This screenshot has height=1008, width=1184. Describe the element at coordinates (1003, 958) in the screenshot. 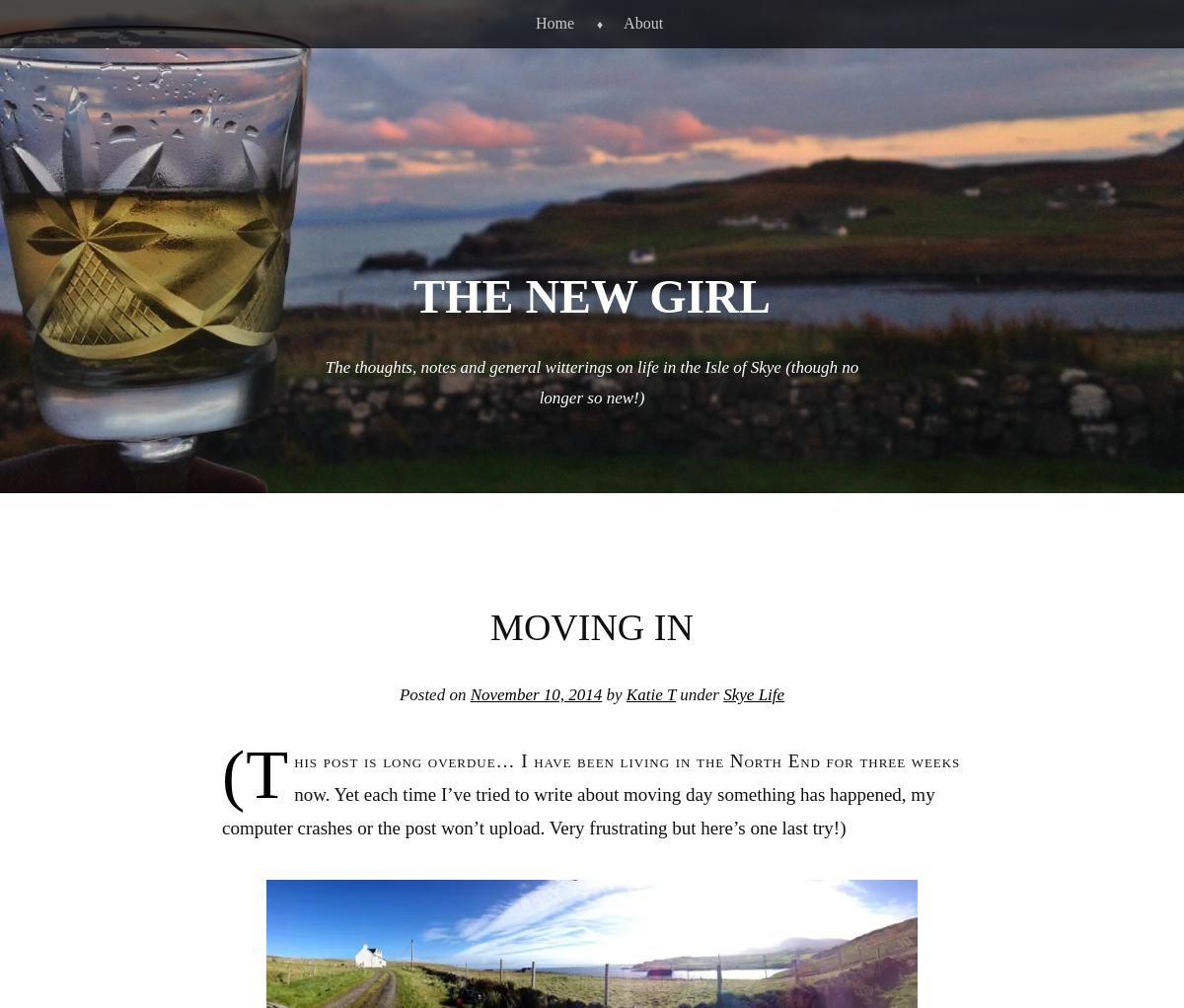

I see `'Comment'` at that location.